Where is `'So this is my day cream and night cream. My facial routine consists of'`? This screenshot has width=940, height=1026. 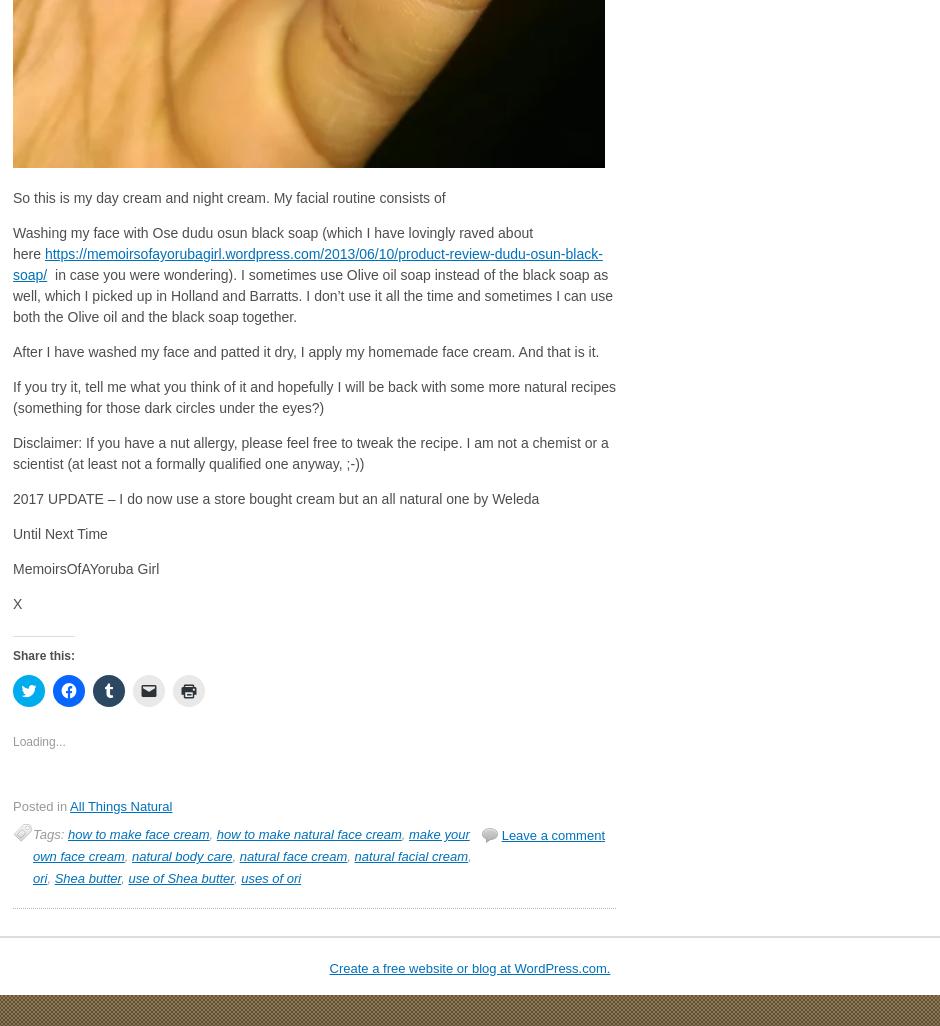 'So this is my day cream and night cream. My facial routine consists of' is located at coordinates (227, 197).